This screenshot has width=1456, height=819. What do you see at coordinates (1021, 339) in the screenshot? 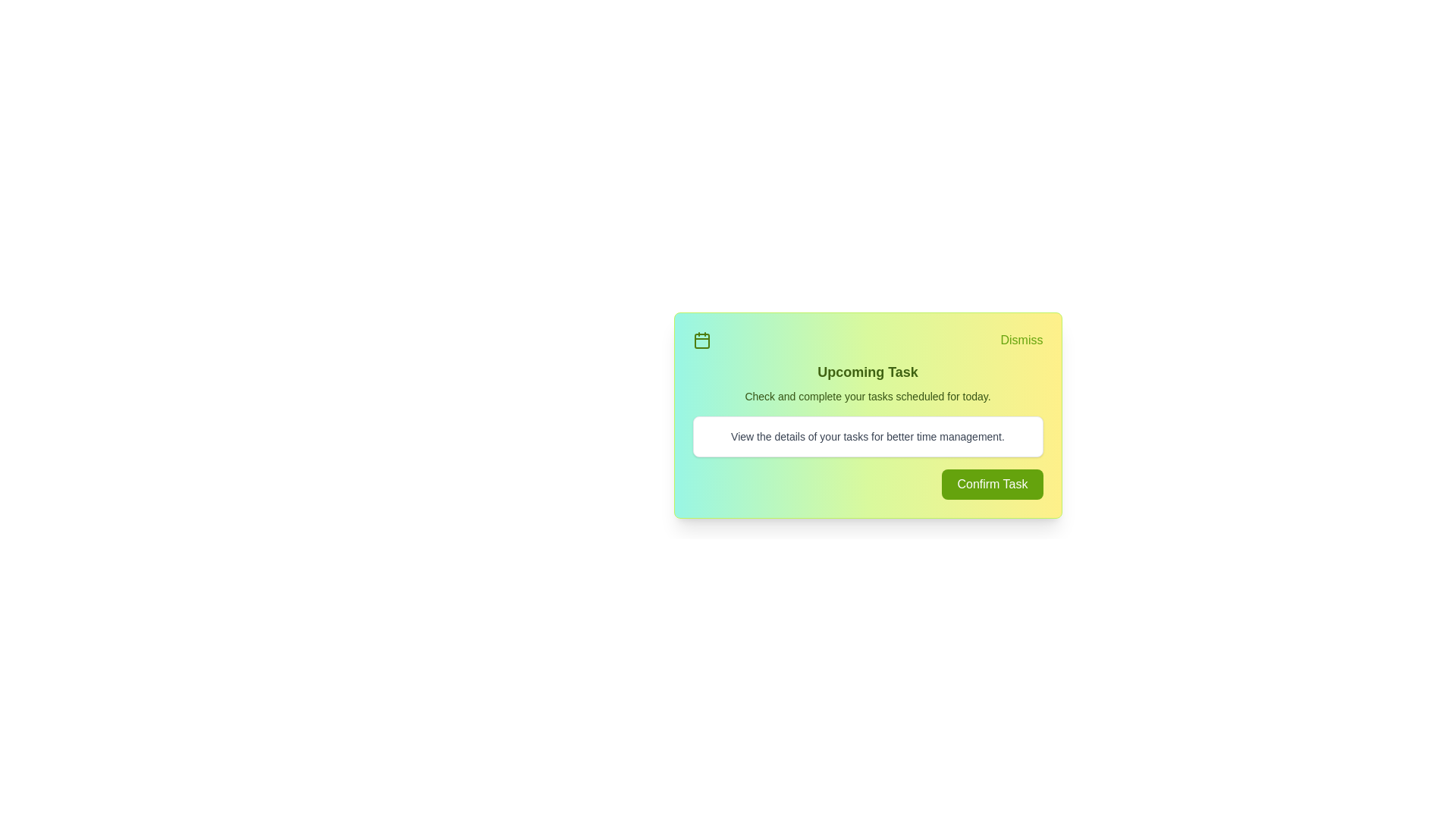
I see `the 'Dismiss' button to hide the task reminder` at bounding box center [1021, 339].